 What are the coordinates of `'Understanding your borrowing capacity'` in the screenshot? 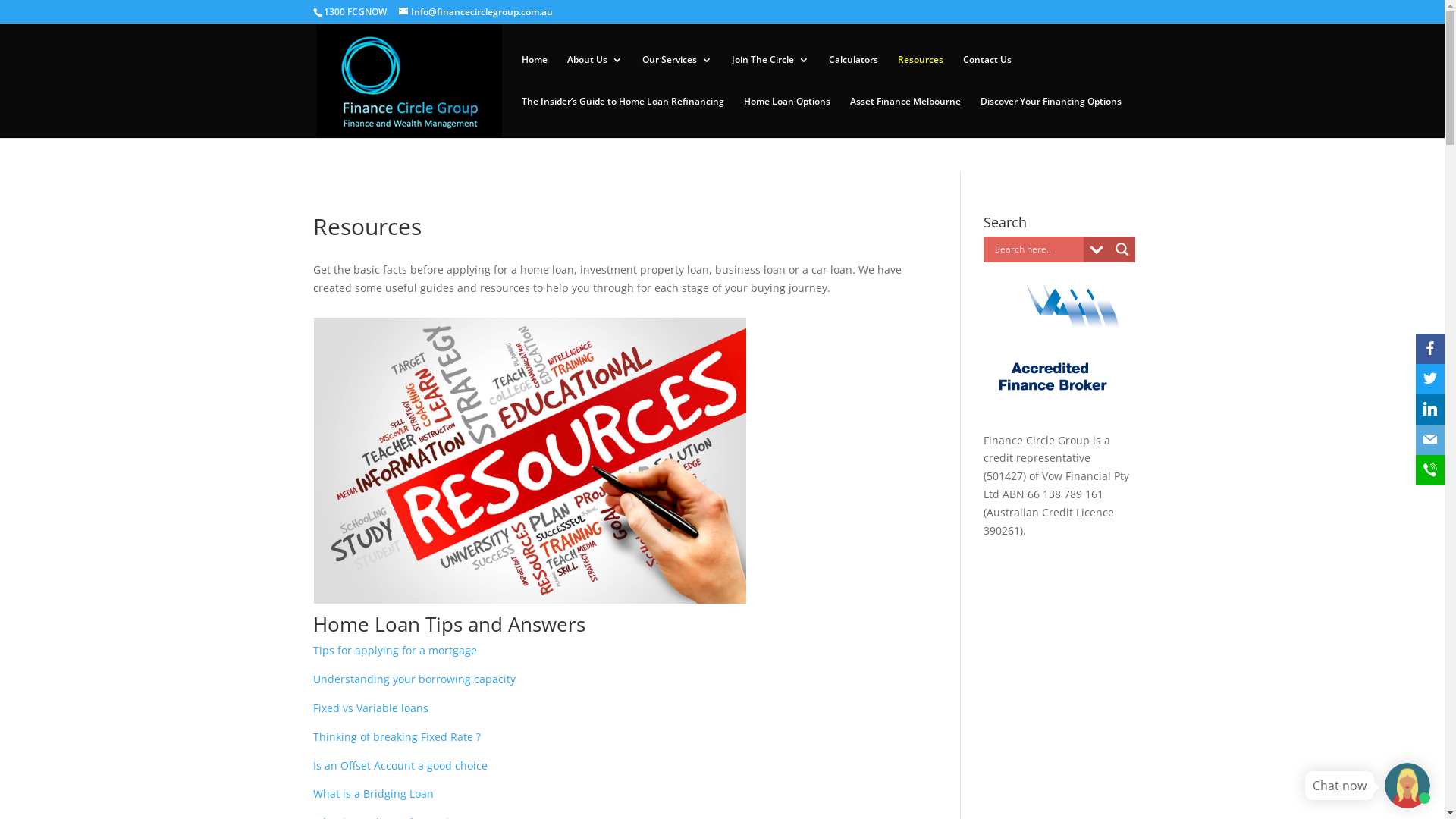 It's located at (413, 678).